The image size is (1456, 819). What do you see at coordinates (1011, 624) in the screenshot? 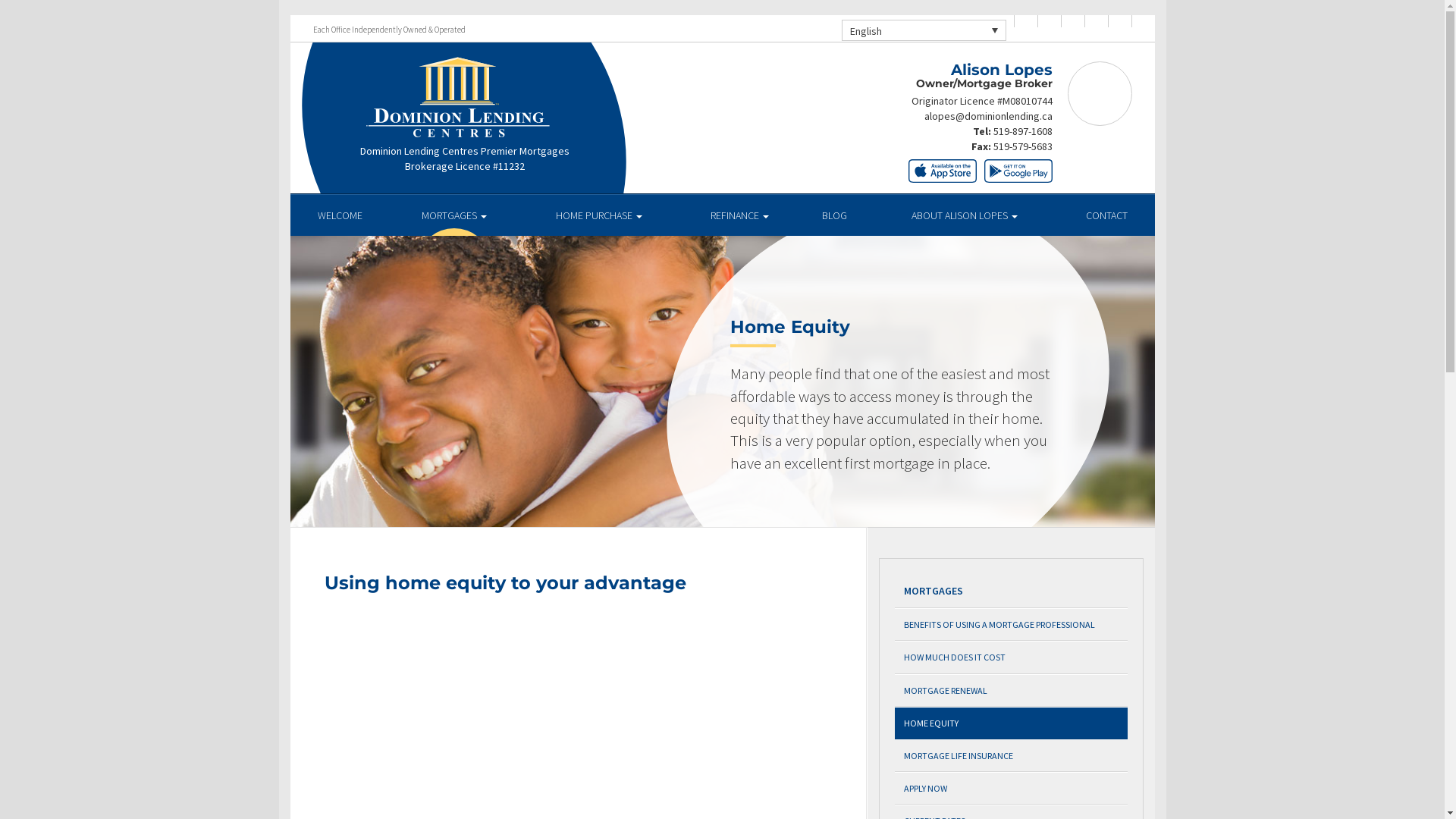
I see `'BENEFITS OF USING A MORTGAGE PROFESSIONAL'` at bounding box center [1011, 624].